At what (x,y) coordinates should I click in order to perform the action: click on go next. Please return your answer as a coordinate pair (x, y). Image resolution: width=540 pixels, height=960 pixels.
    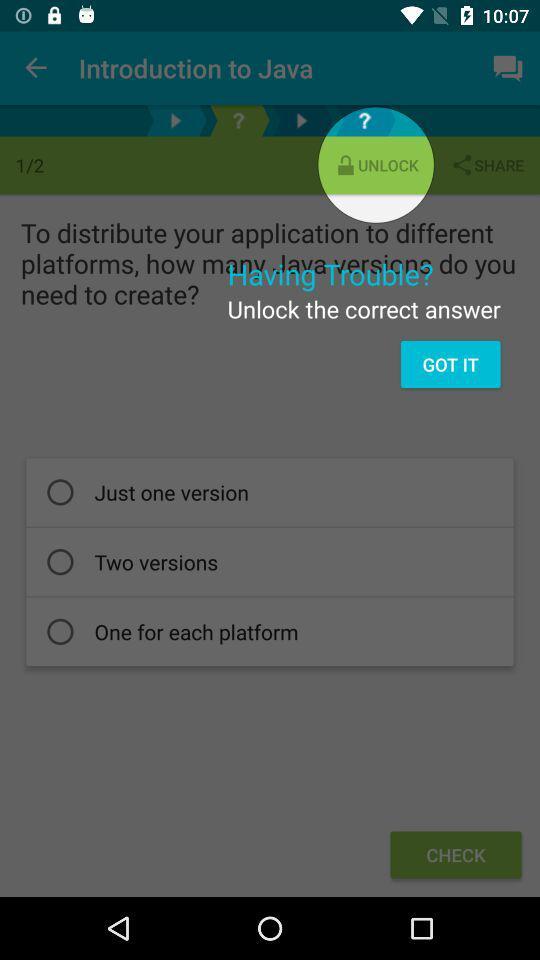
    Looking at the image, I should click on (300, 120).